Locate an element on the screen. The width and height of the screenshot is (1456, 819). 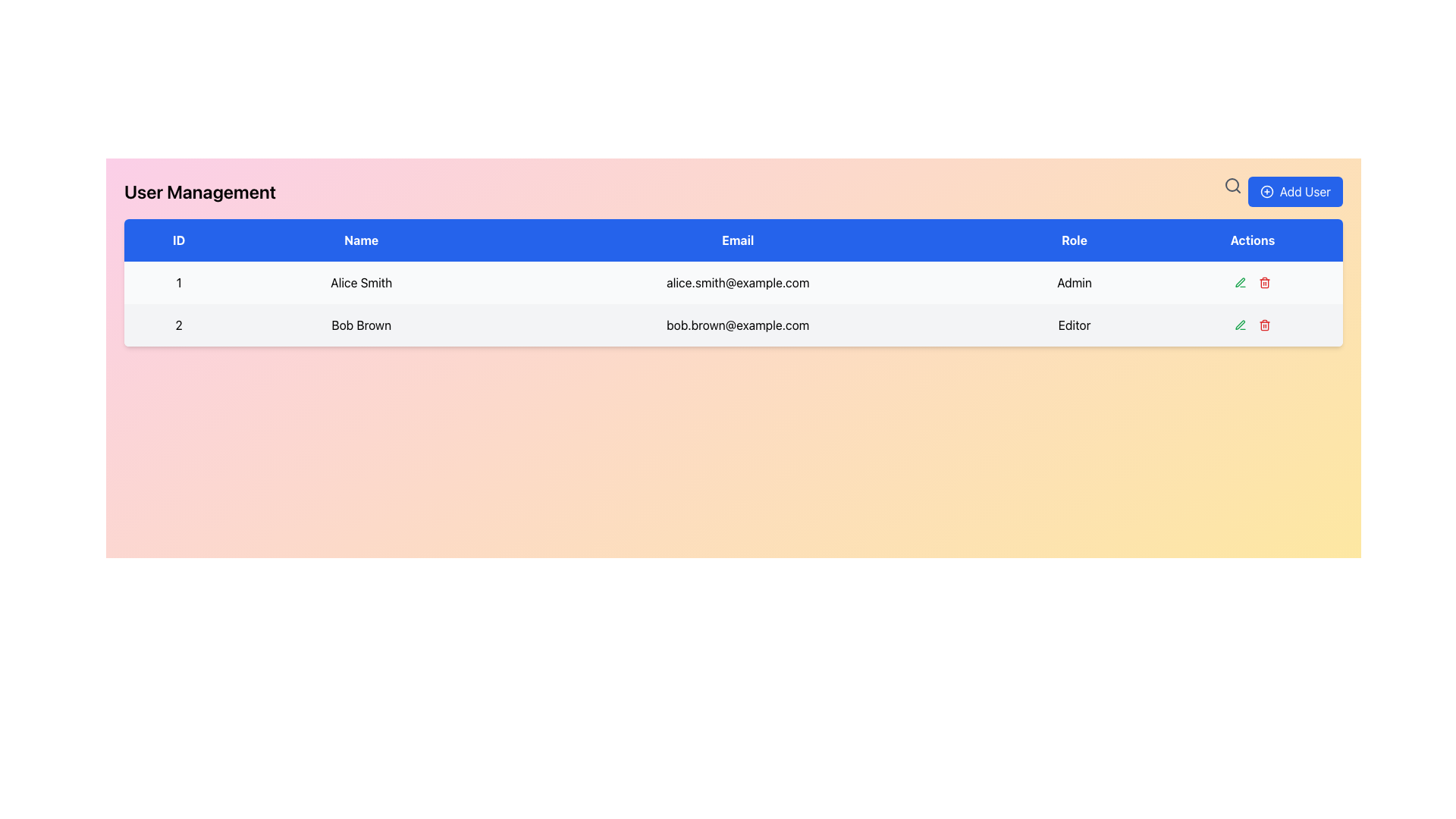
the 'Role' column header label, which identifies the data category for the column in the table, positioned between the 'Email' and 'Actions' headers is located at coordinates (1073, 239).